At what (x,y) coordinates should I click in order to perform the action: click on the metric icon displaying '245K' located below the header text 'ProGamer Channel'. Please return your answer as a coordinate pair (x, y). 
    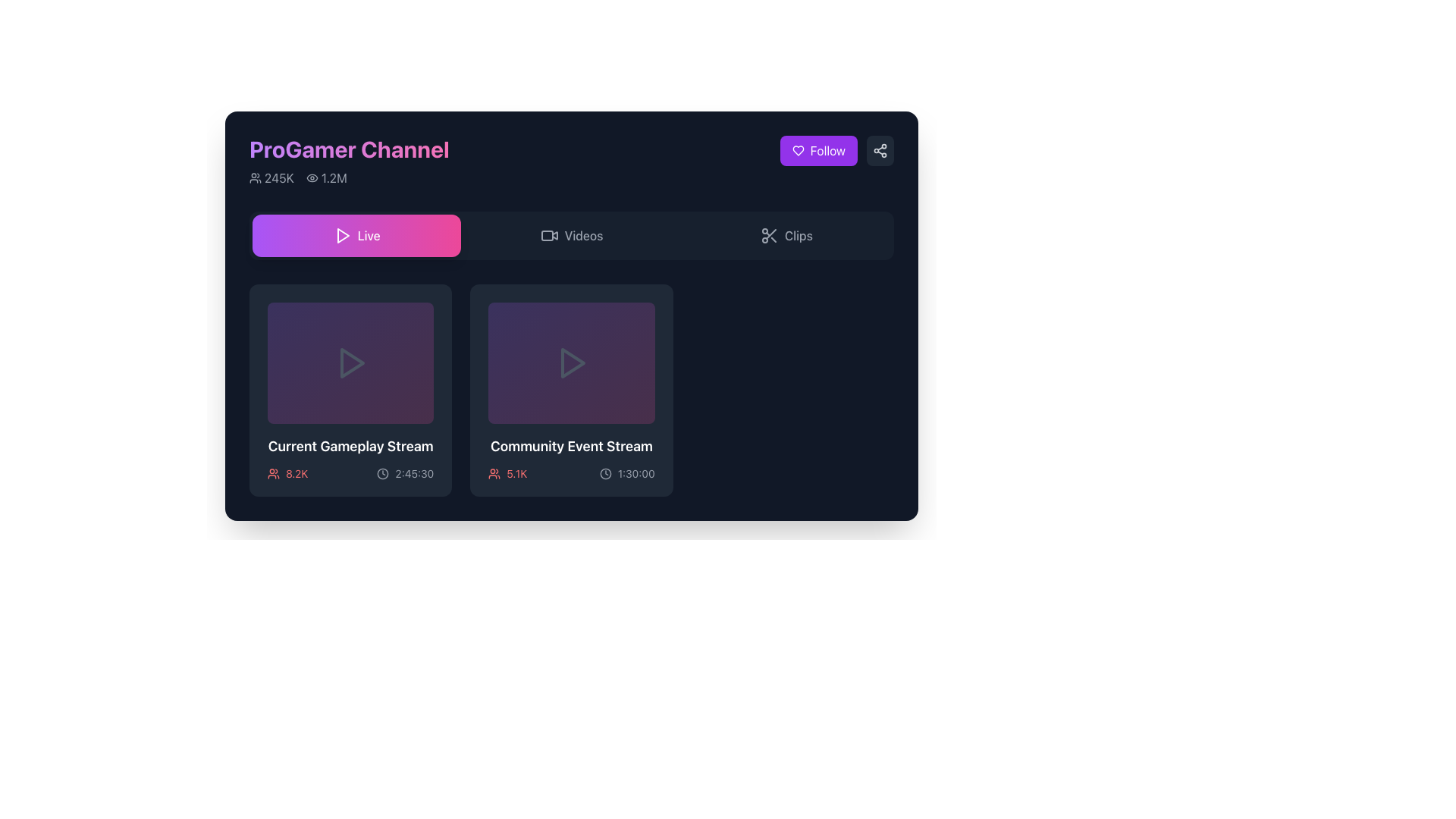
    Looking at the image, I should click on (255, 177).